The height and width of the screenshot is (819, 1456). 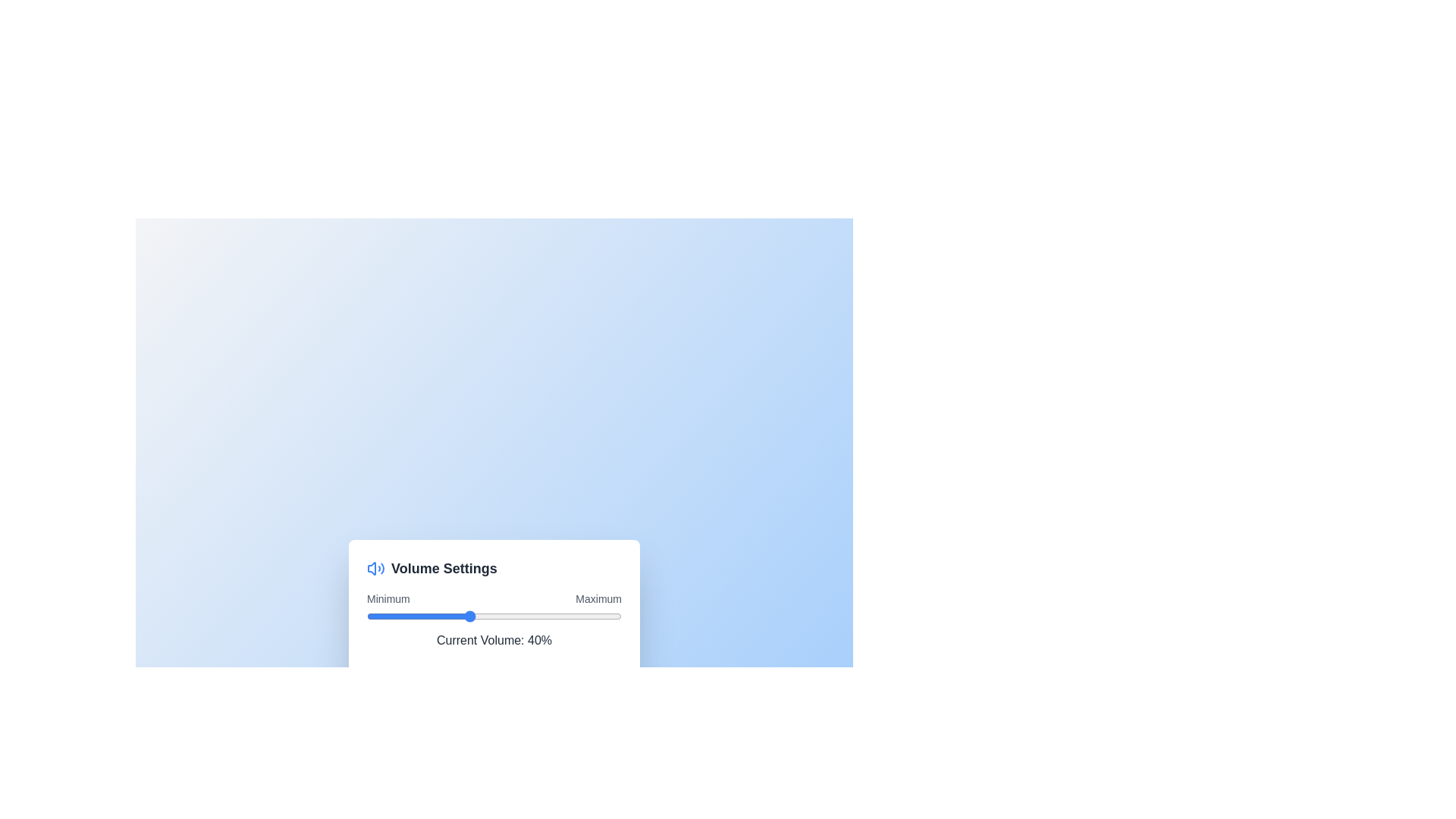 I want to click on the volume slider to 78%, so click(x=565, y=616).